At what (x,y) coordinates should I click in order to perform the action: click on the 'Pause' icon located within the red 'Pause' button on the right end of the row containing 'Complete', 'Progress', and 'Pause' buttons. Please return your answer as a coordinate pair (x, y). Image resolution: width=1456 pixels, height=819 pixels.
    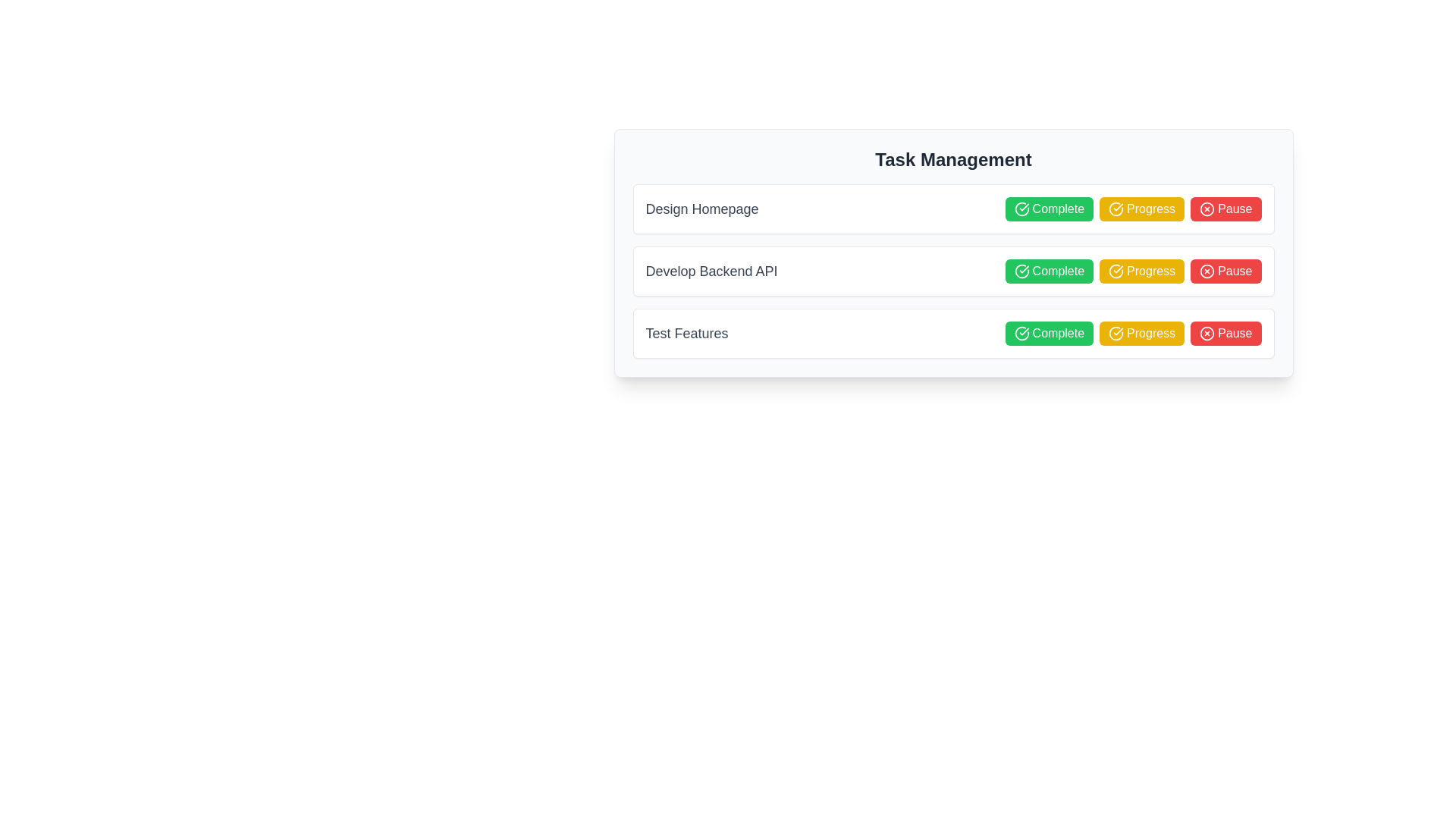
    Looking at the image, I should click on (1207, 209).